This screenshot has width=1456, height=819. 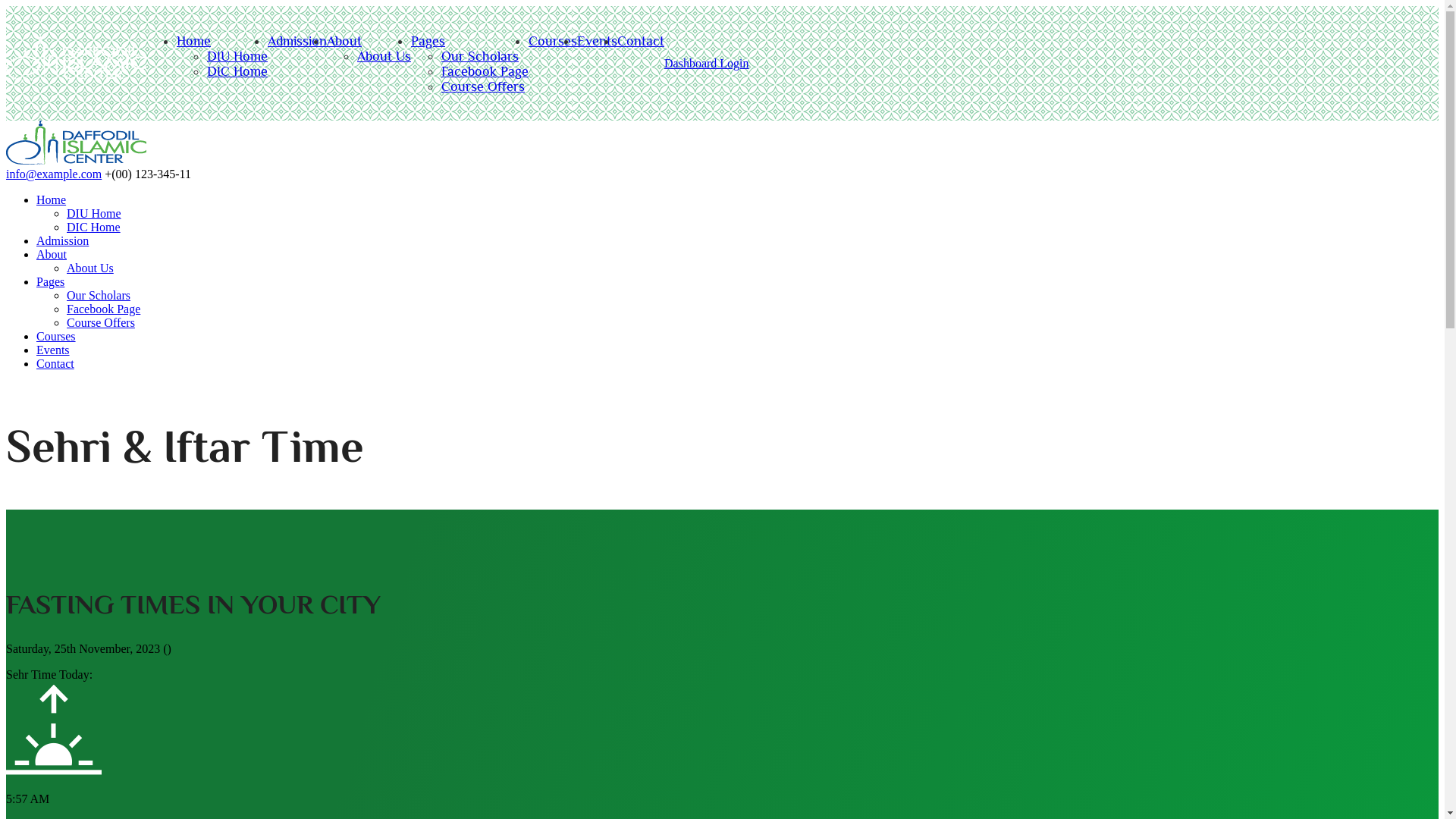 What do you see at coordinates (75, 160) in the screenshot?
I see `'Home'` at bounding box center [75, 160].